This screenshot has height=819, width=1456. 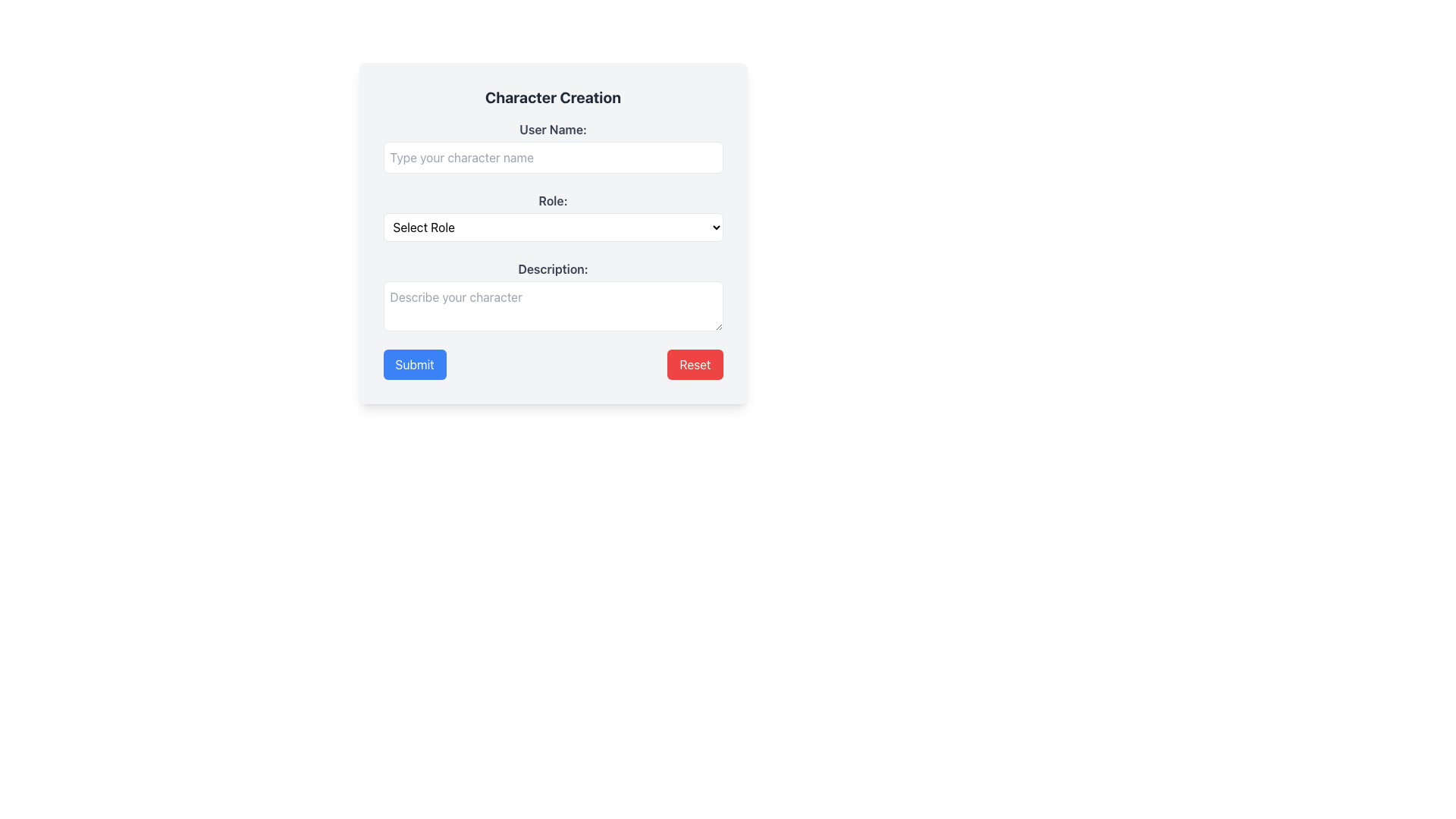 What do you see at coordinates (552, 216) in the screenshot?
I see `an option from the dropdown menu located directly below the 'Role:' label in the center region of the form interface` at bounding box center [552, 216].